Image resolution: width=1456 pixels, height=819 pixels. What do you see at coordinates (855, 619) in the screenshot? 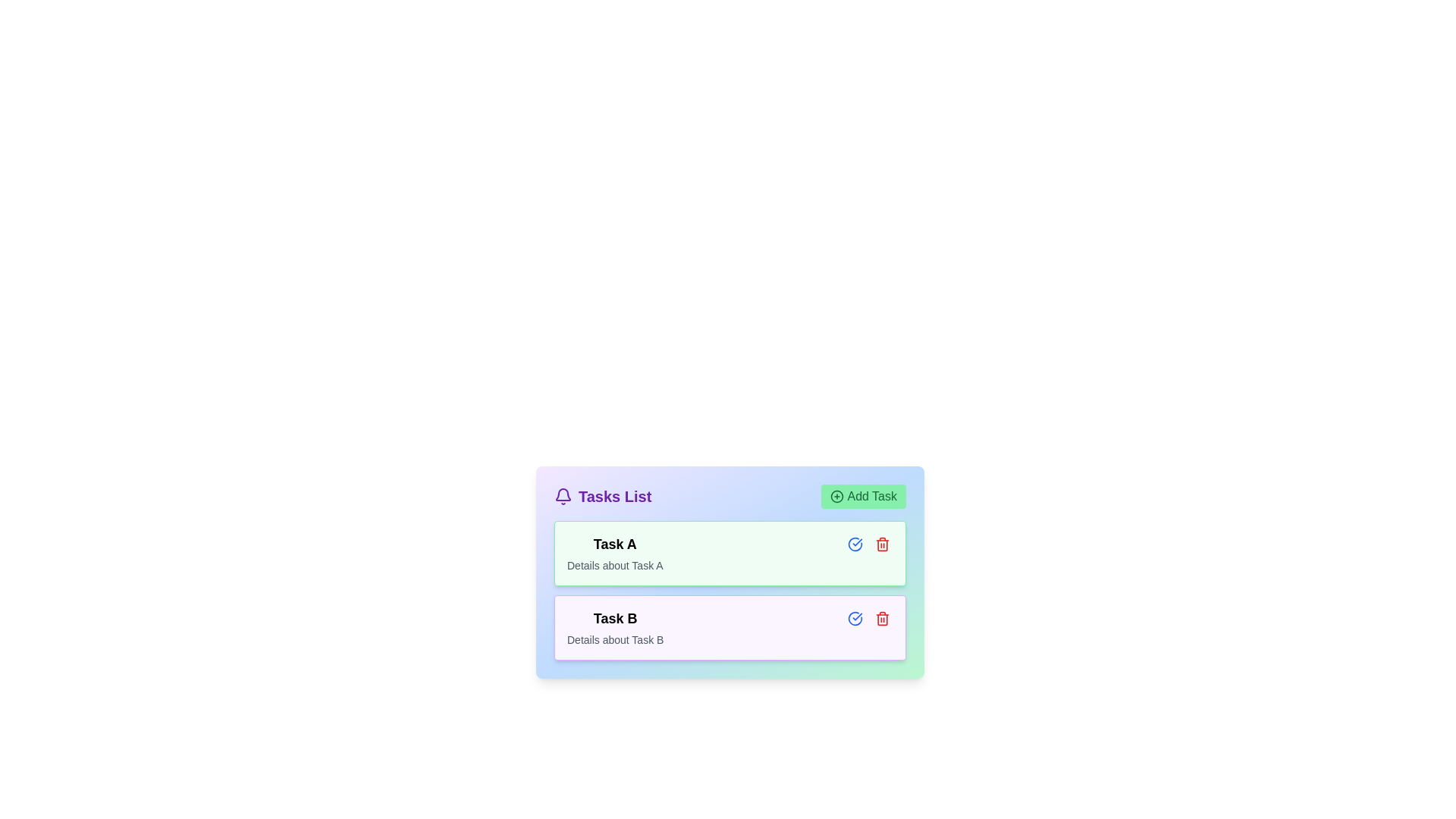
I see `the task completion toggle icon located in the action section of the 'Task B' row` at bounding box center [855, 619].